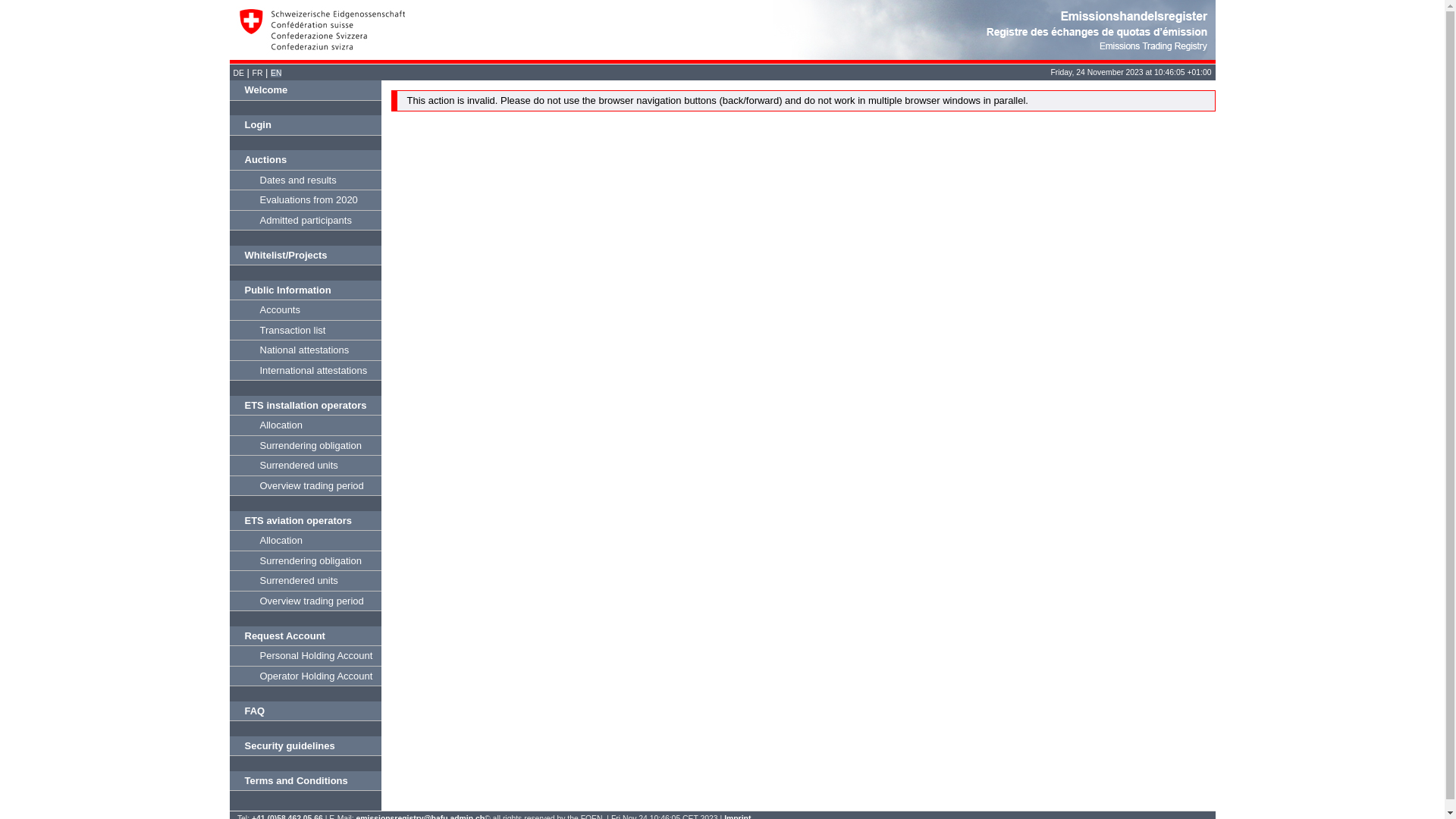 The width and height of the screenshot is (1456, 819). Describe the element at coordinates (304, 425) in the screenshot. I see `'Allocation'` at that location.